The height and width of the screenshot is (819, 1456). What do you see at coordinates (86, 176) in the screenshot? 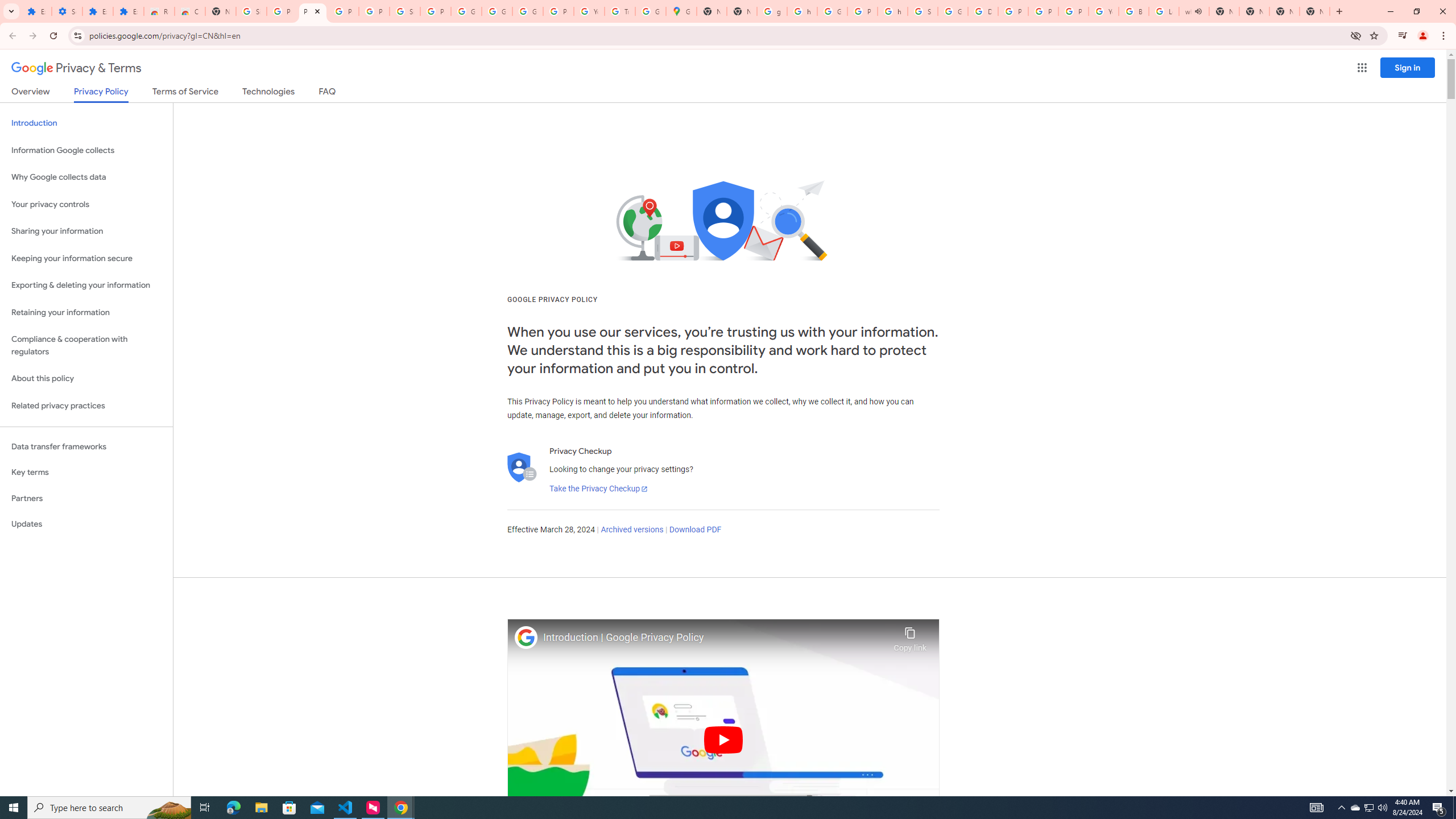
I see `'Why Google collects data'` at bounding box center [86, 176].